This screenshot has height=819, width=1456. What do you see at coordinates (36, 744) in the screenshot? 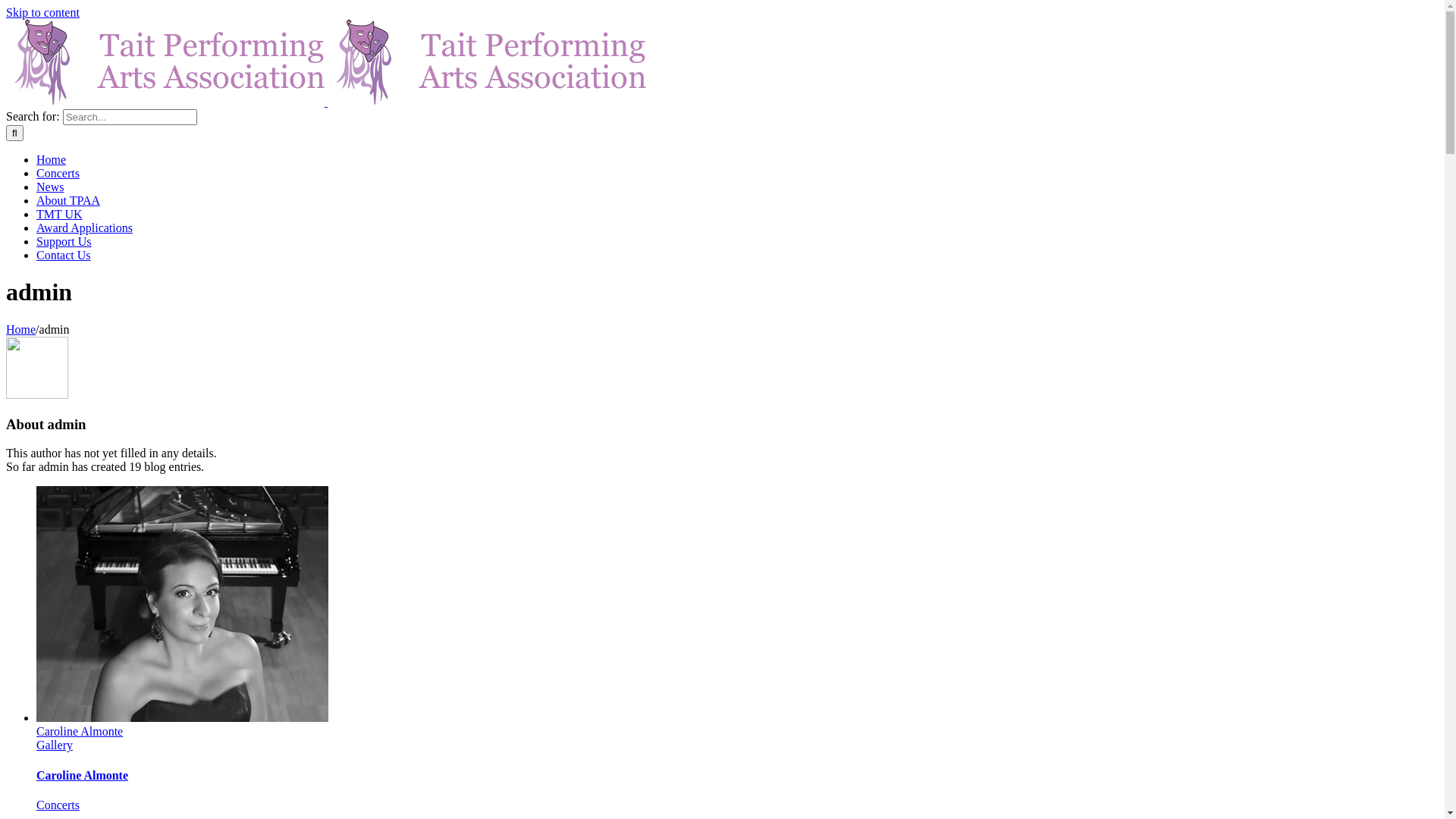
I see `'Gallery'` at bounding box center [36, 744].